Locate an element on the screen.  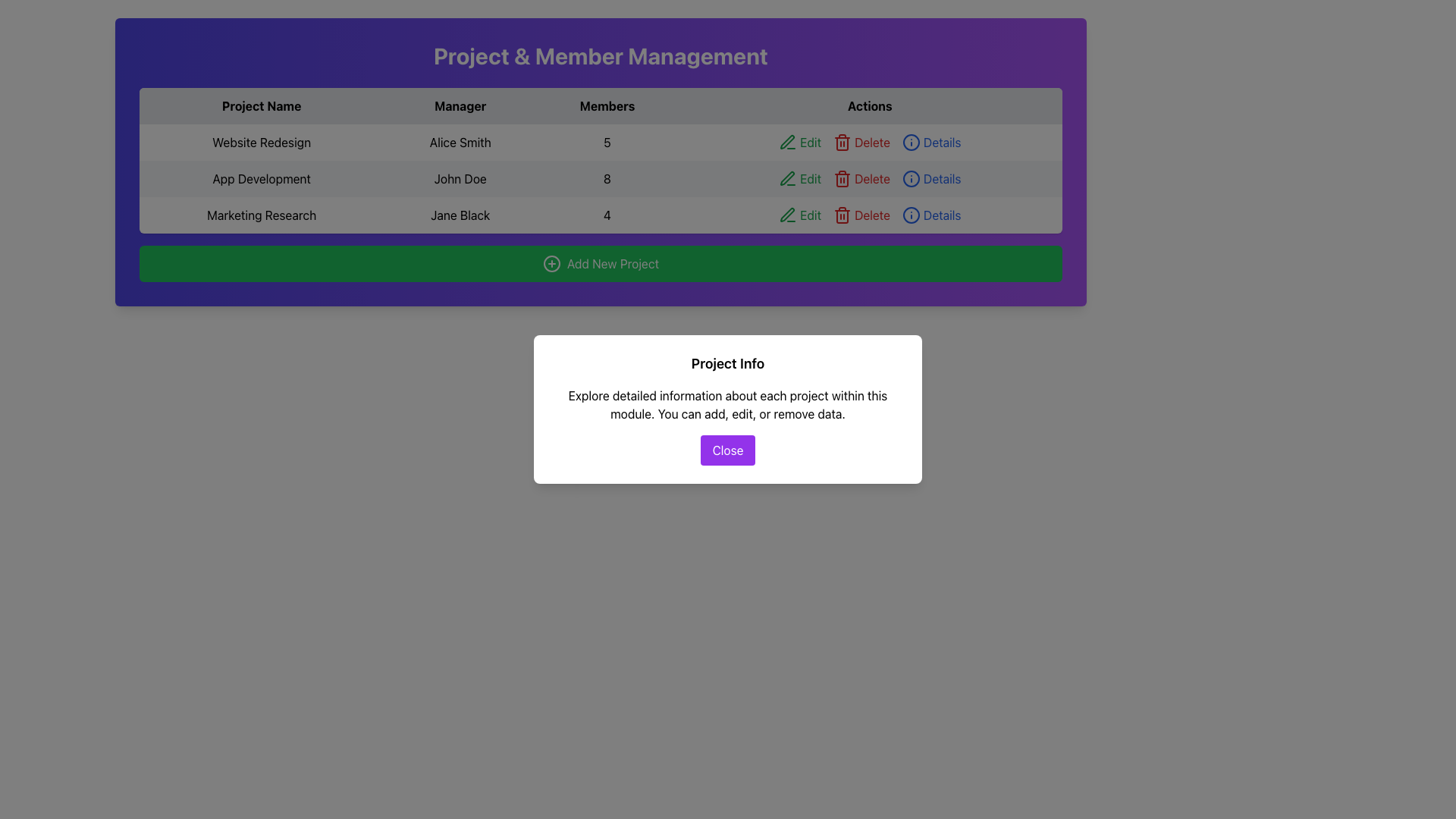
the text element 'Marketing Research' located in the first column of the third row under the 'Project Name' column of the table, which has a light gray background is located at coordinates (262, 215).